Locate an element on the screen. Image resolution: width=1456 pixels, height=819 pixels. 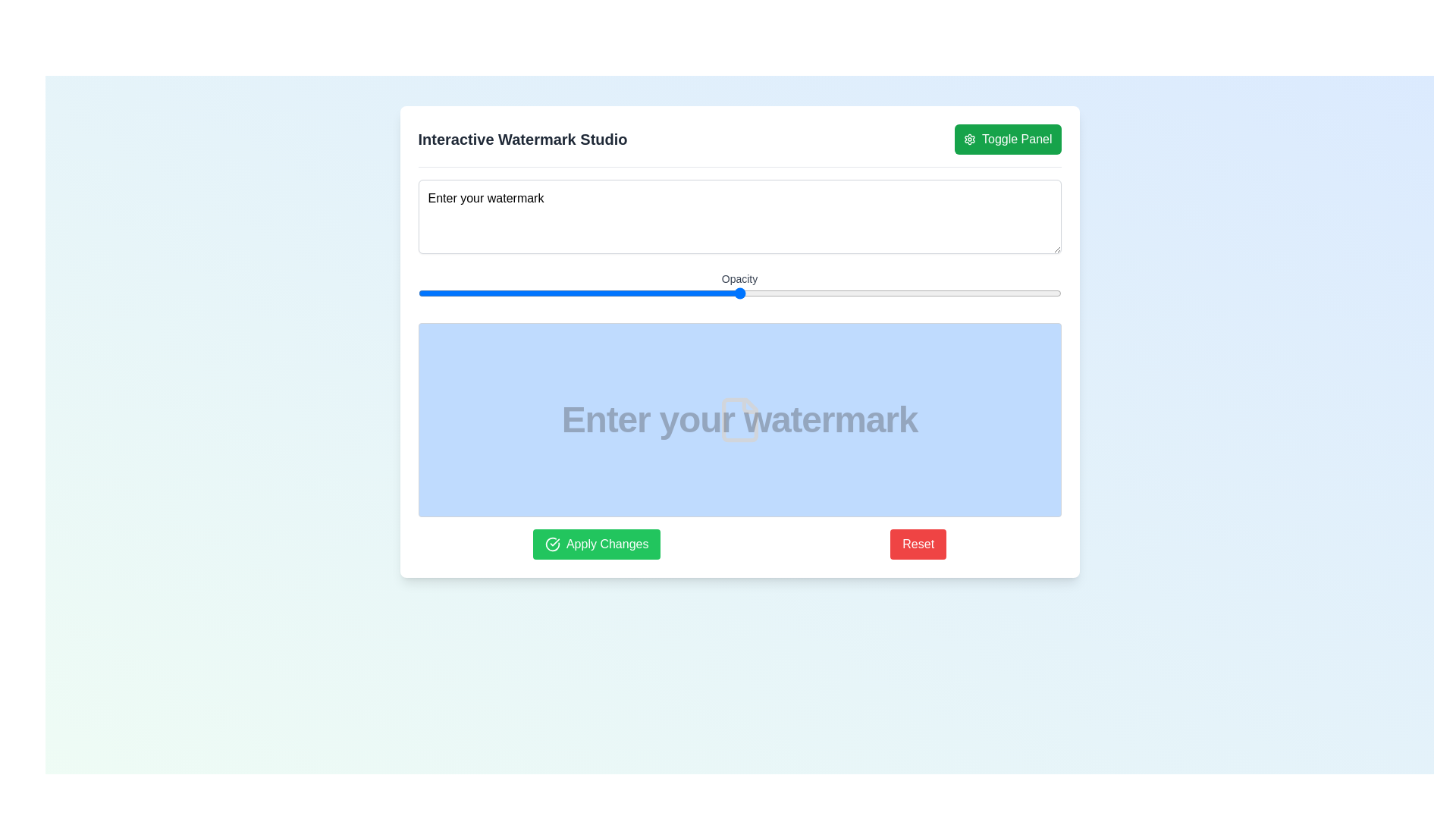
the green 'Toggle Panel' button at the top-right corner of the application's header, which features a settings icon at its beginning is located at coordinates (968, 140).